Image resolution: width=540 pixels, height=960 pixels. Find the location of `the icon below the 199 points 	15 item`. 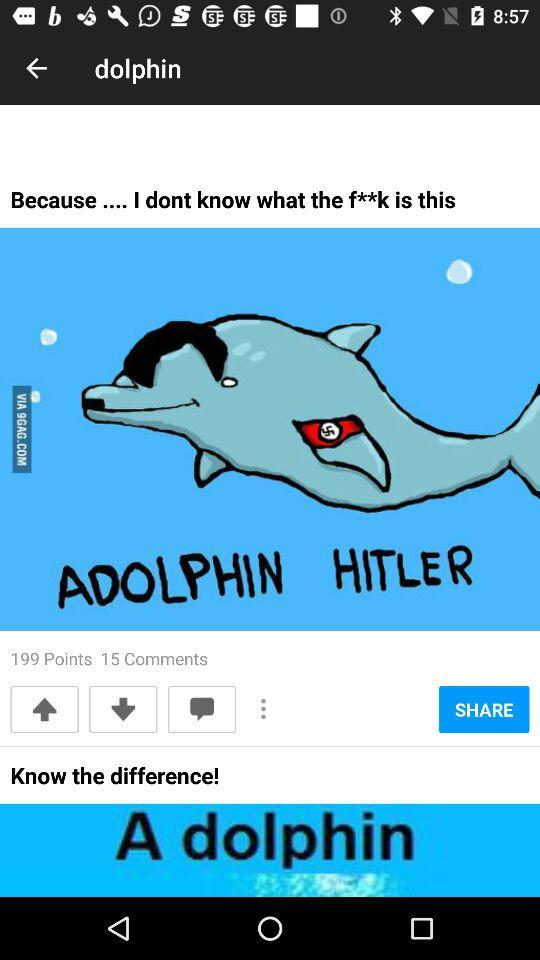

the icon below the 199 points 	15 item is located at coordinates (44, 709).